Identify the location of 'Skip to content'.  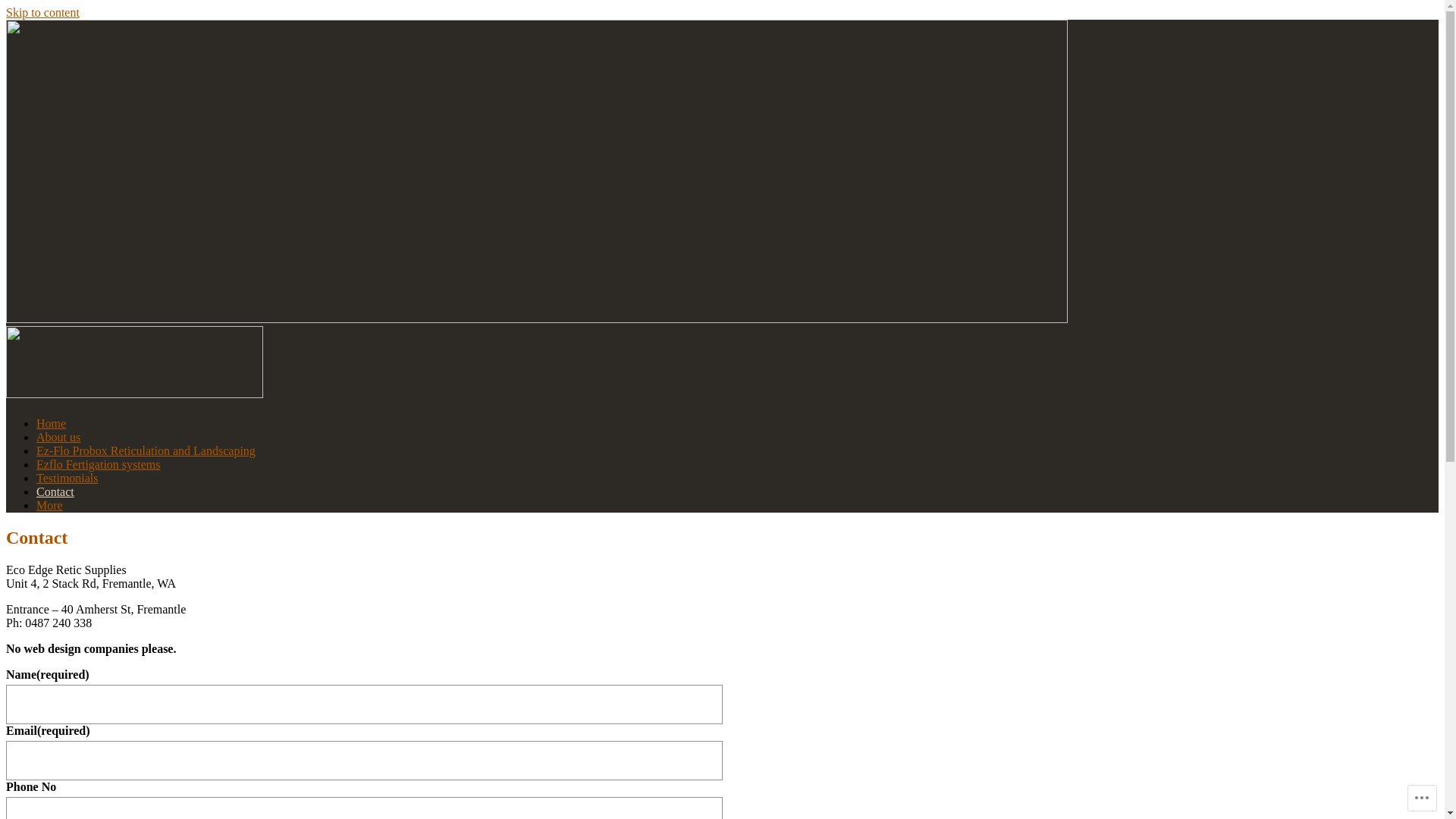
(42, 12).